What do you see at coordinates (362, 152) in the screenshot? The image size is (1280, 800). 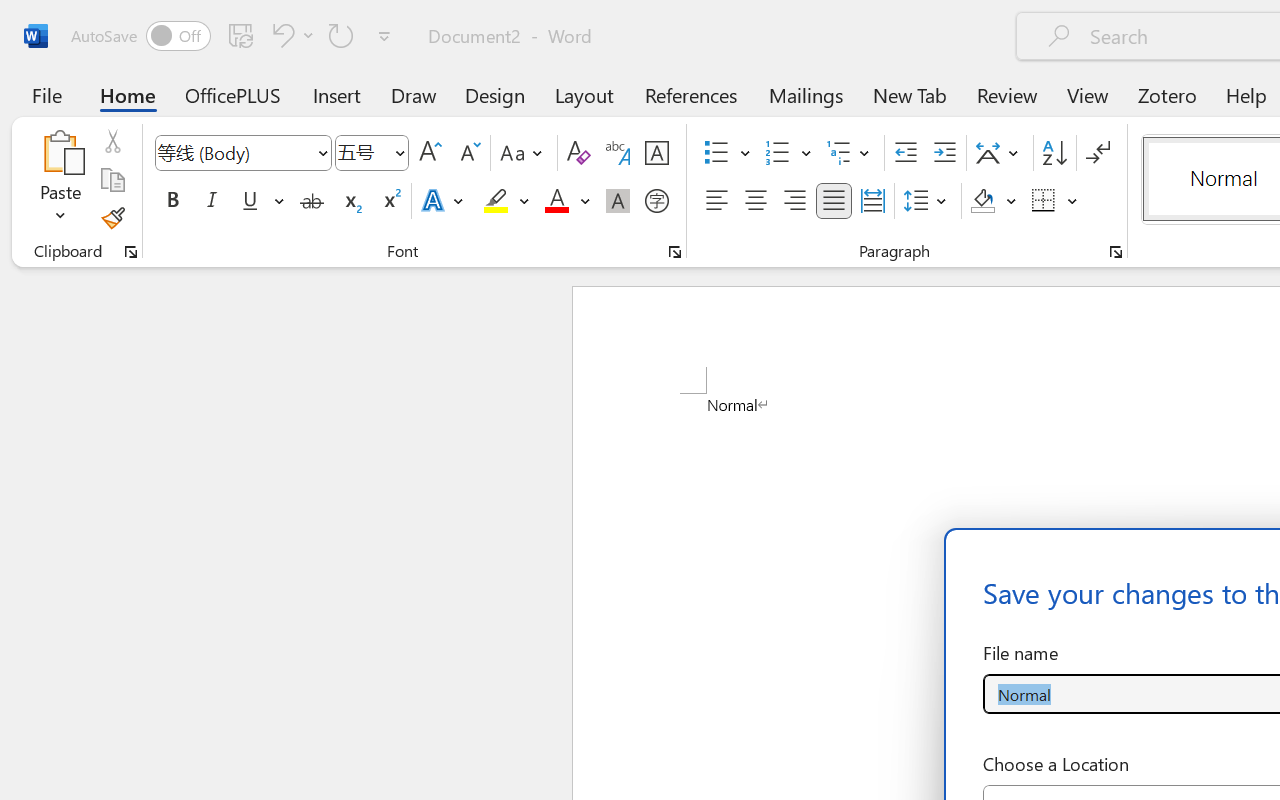 I see `'Font Size'` at bounding box center [362, 152].